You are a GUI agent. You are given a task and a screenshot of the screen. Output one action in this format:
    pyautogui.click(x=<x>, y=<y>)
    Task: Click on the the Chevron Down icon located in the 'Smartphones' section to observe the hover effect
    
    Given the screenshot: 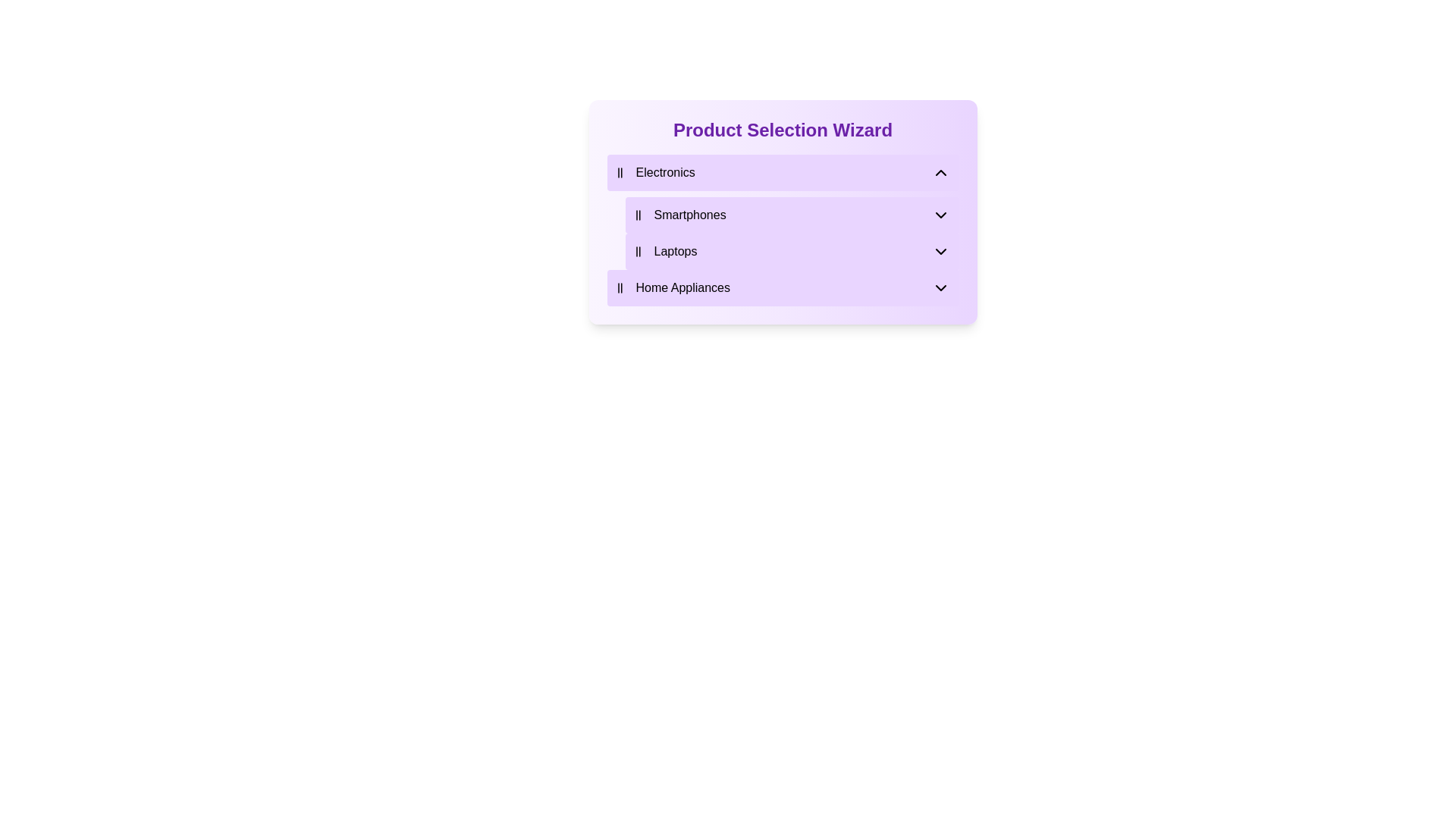 What is the action you would take?
    pyautogui.click(x=940, y=215)
    